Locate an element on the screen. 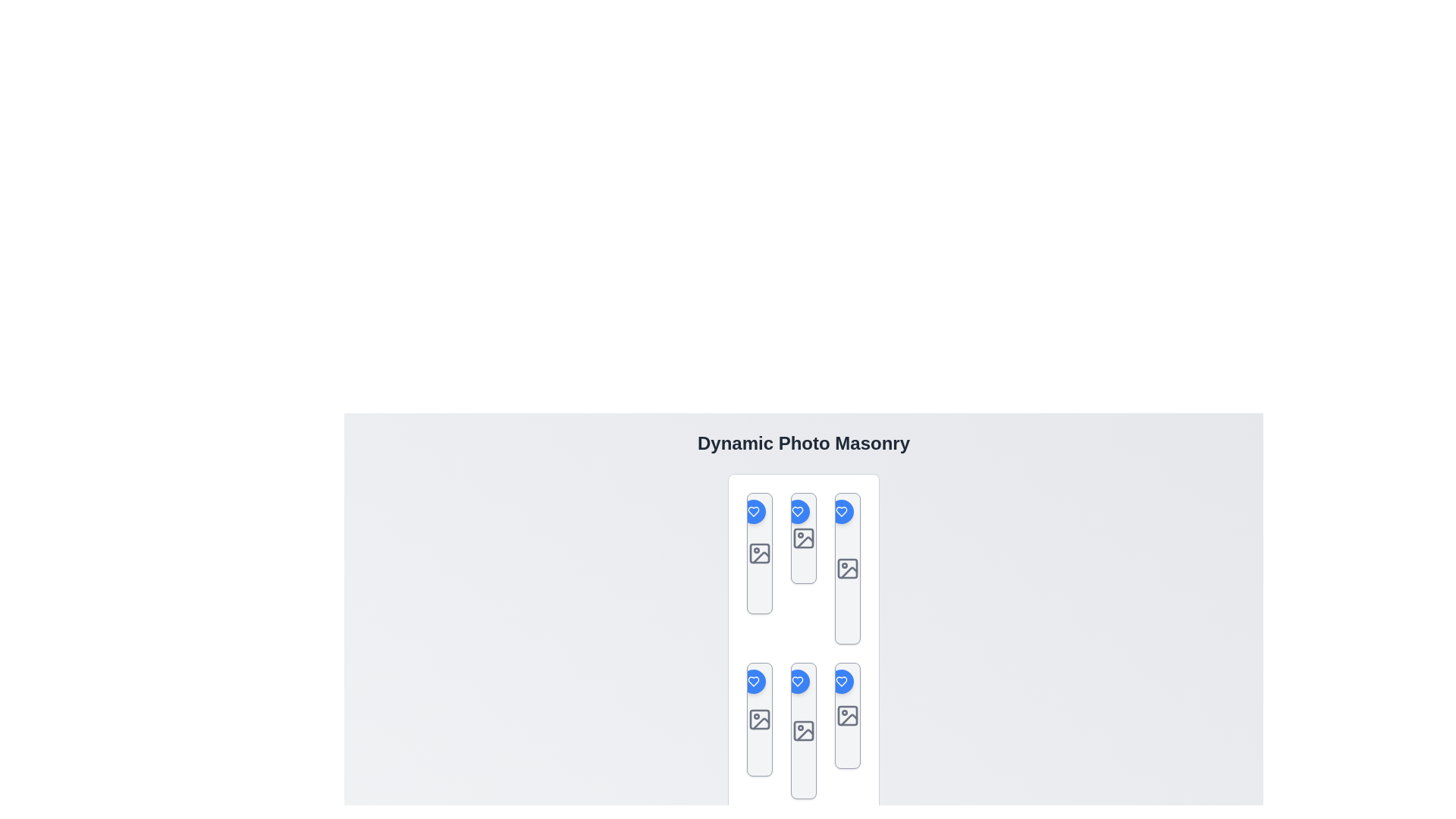 This screenshot has height=819, width=1456. the blue-colored heart icon with a hollow center, located in the bottom-left quadrant of the 'Dynamic Photo Masonry' grid is located at coordinates (753, 680).